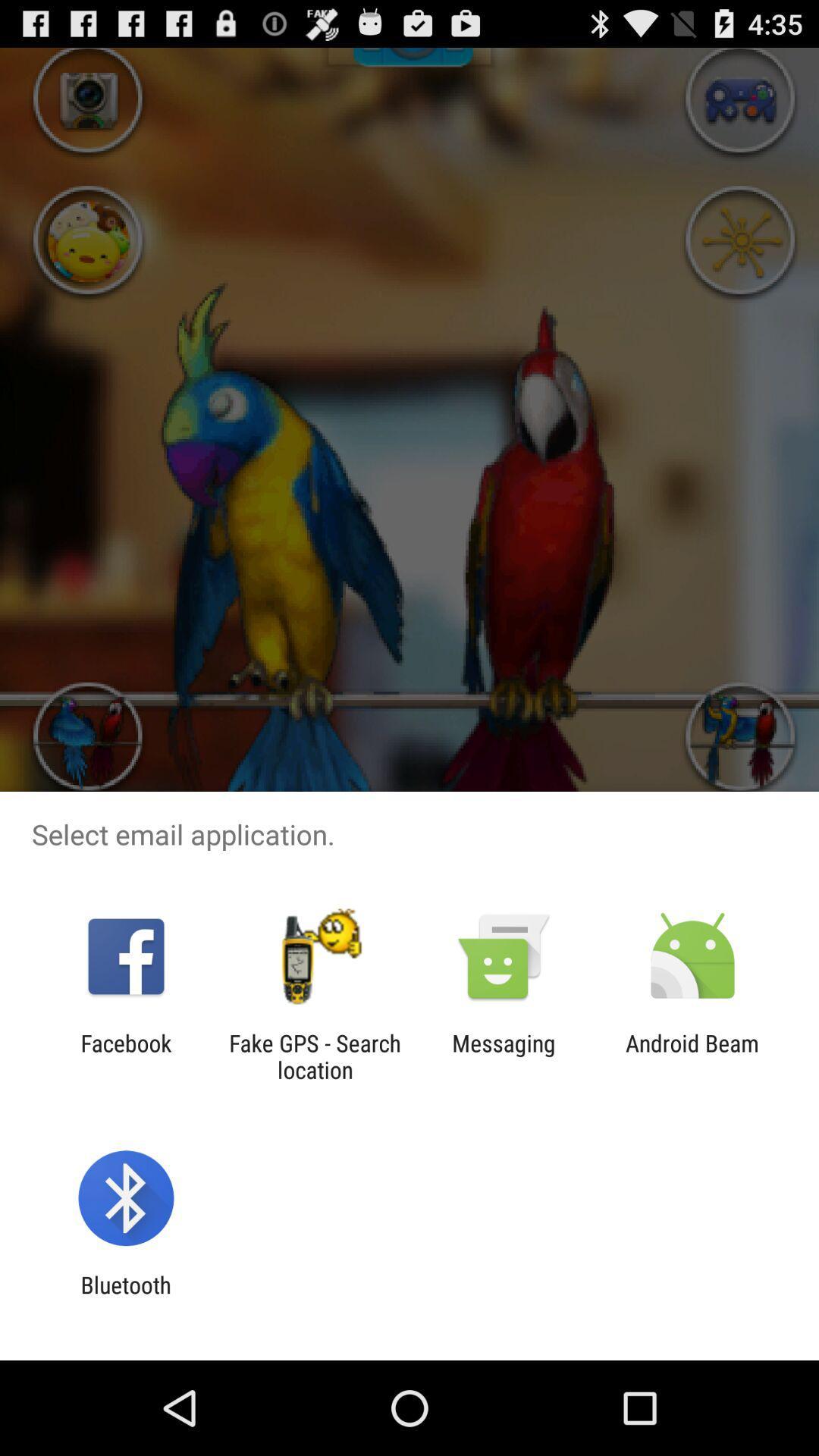 The width and height of the screenshot is (819, 1456). Describe the element at coordinates (692, 1056) in the screenshot. I see `the android beam icon` at that location.